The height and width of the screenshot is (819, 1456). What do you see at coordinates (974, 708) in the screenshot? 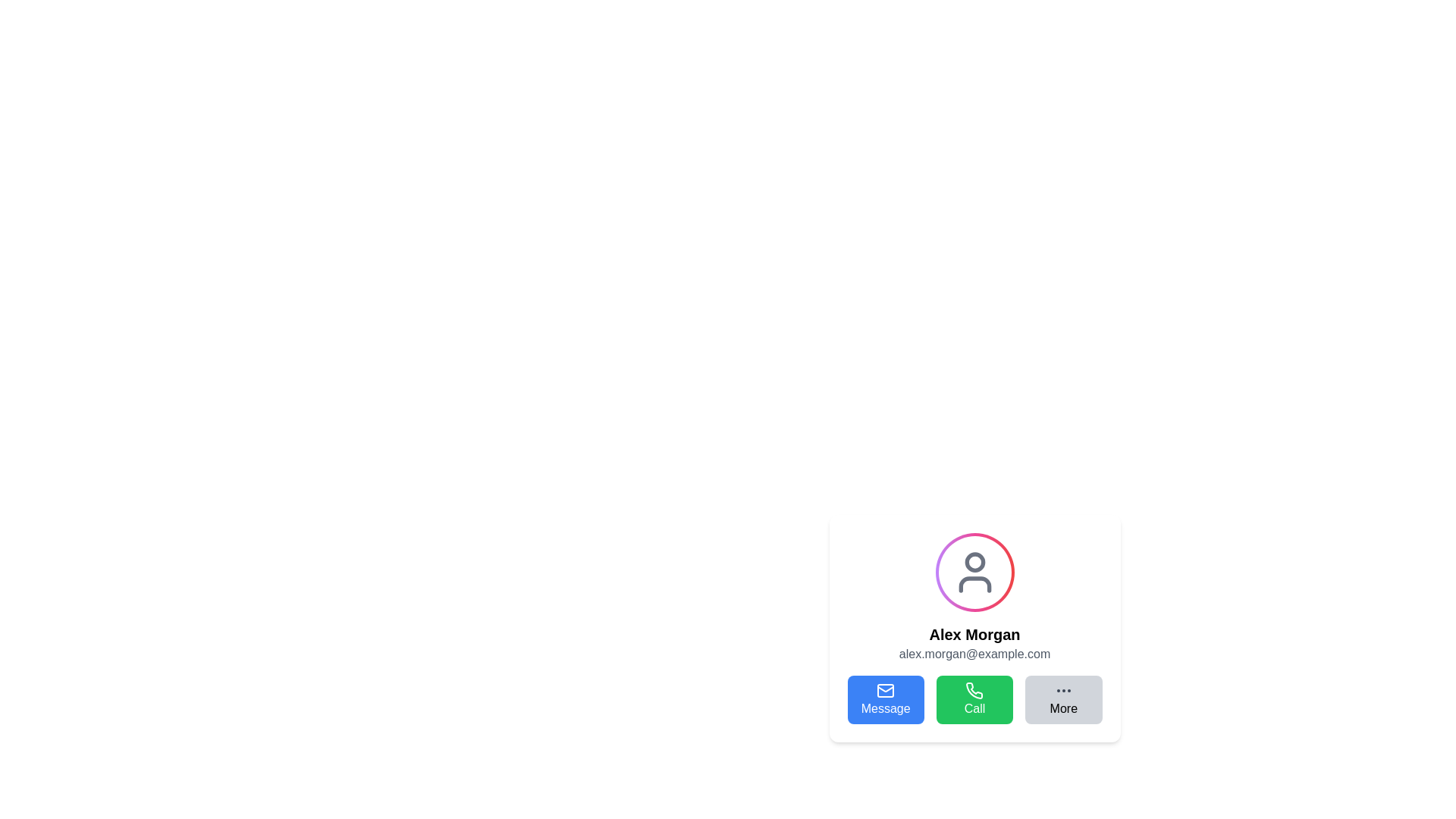
I see `the 'Call' text label inside the green button, which is centrally located in the bottom row of buttons and features a phone icon above it` at bounding box center [974, 708].